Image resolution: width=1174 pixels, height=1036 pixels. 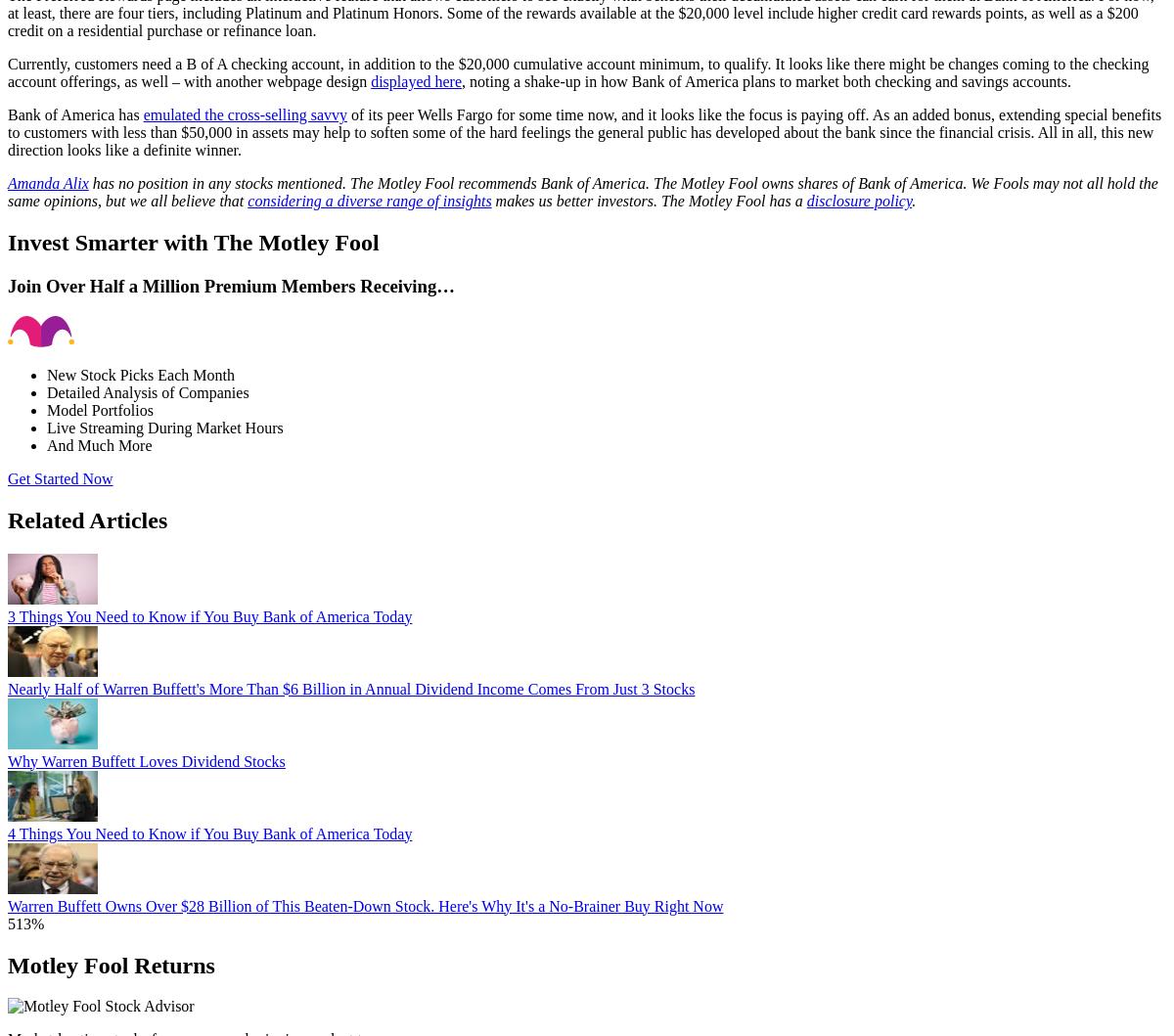 I want to click on 'displayed here', so click(x=416, y=81).